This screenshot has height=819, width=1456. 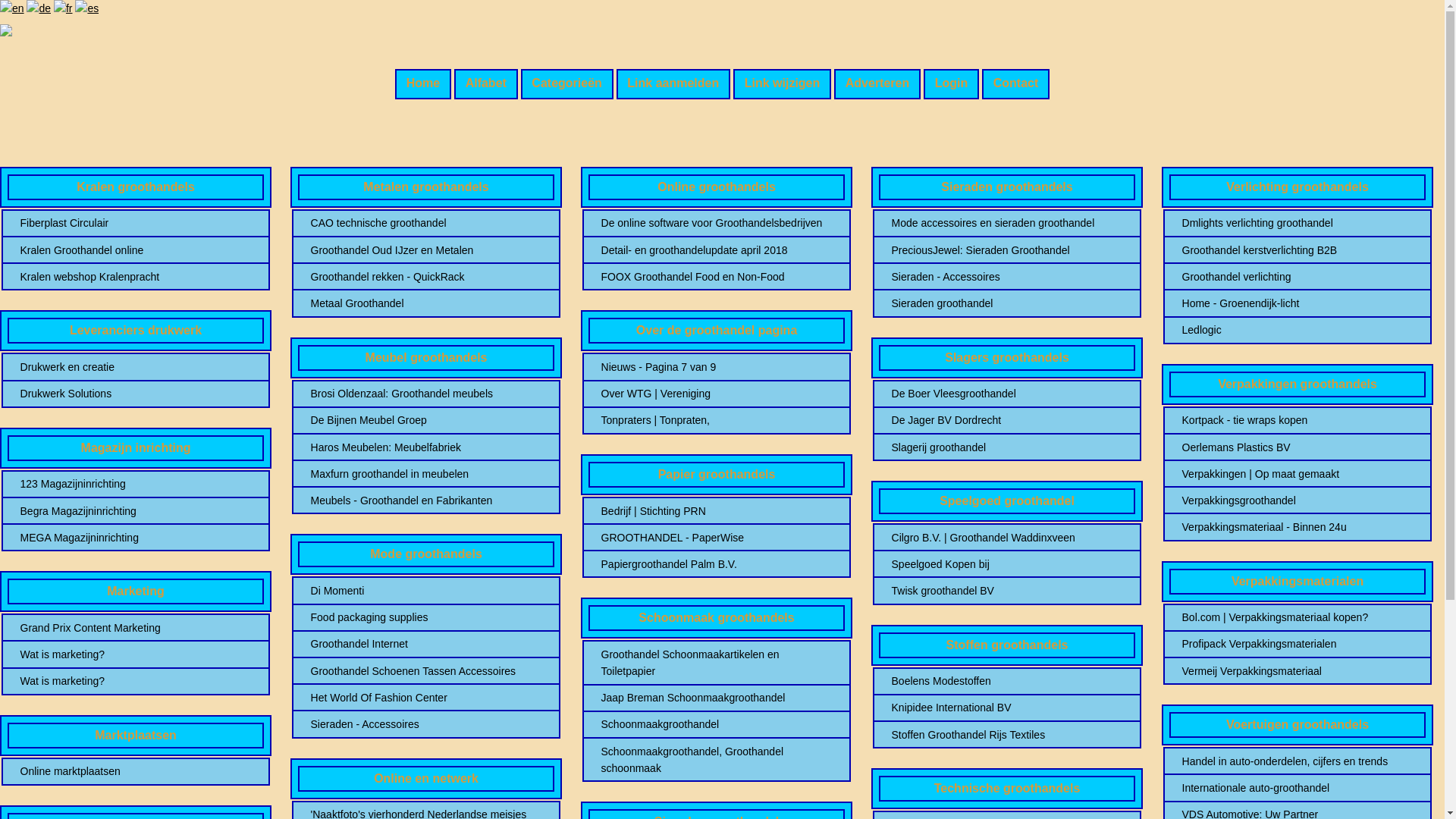 What do you see at coordinates (1297, 643) in the screenshot?
I see `'Profipack Verpakkingsmaterialen'` at bounding box center [1297, 643].